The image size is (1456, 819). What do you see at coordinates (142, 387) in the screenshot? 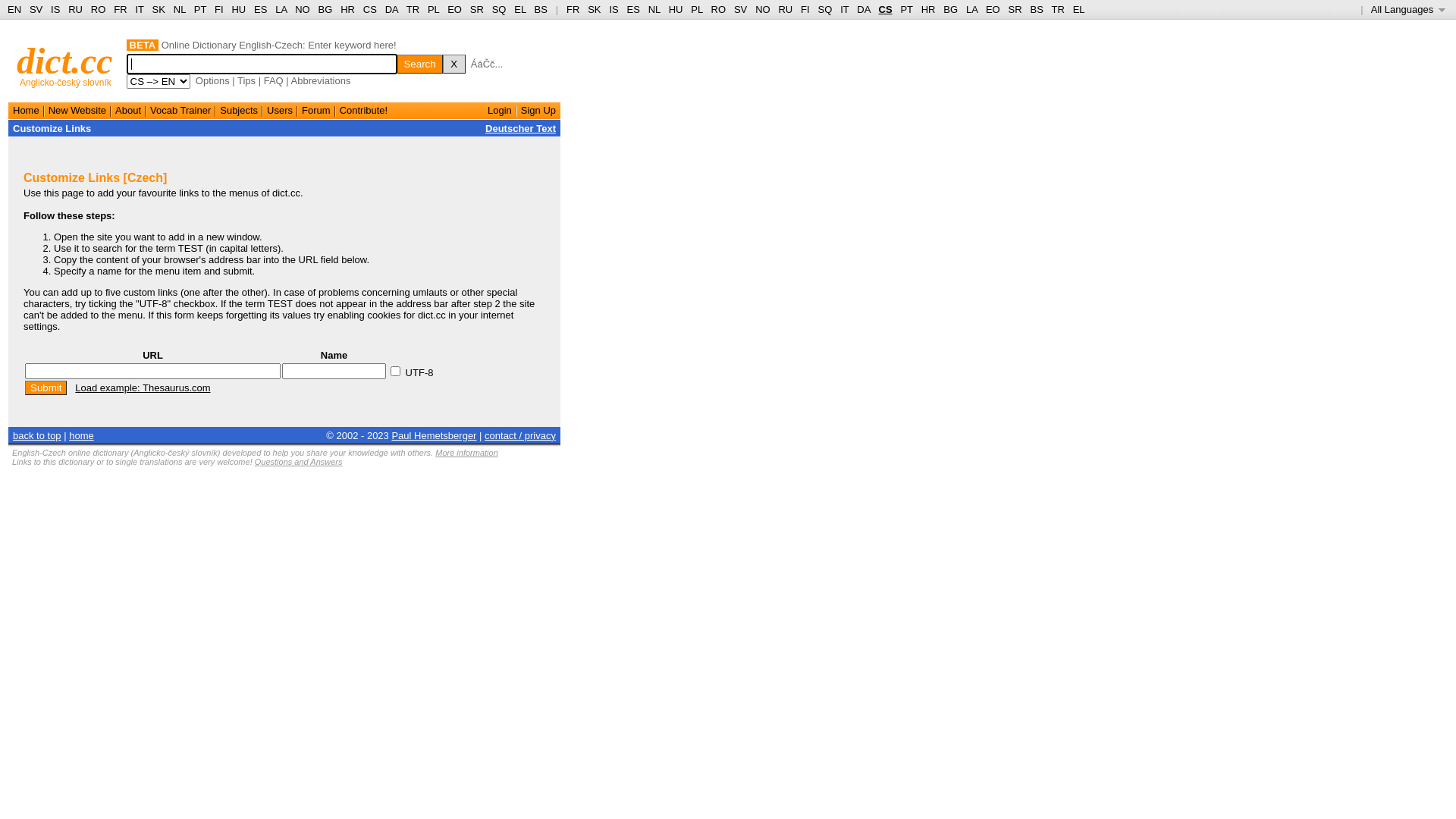
I see `'Load example: Thesaurus.com'` at bounding box center [142, 387].